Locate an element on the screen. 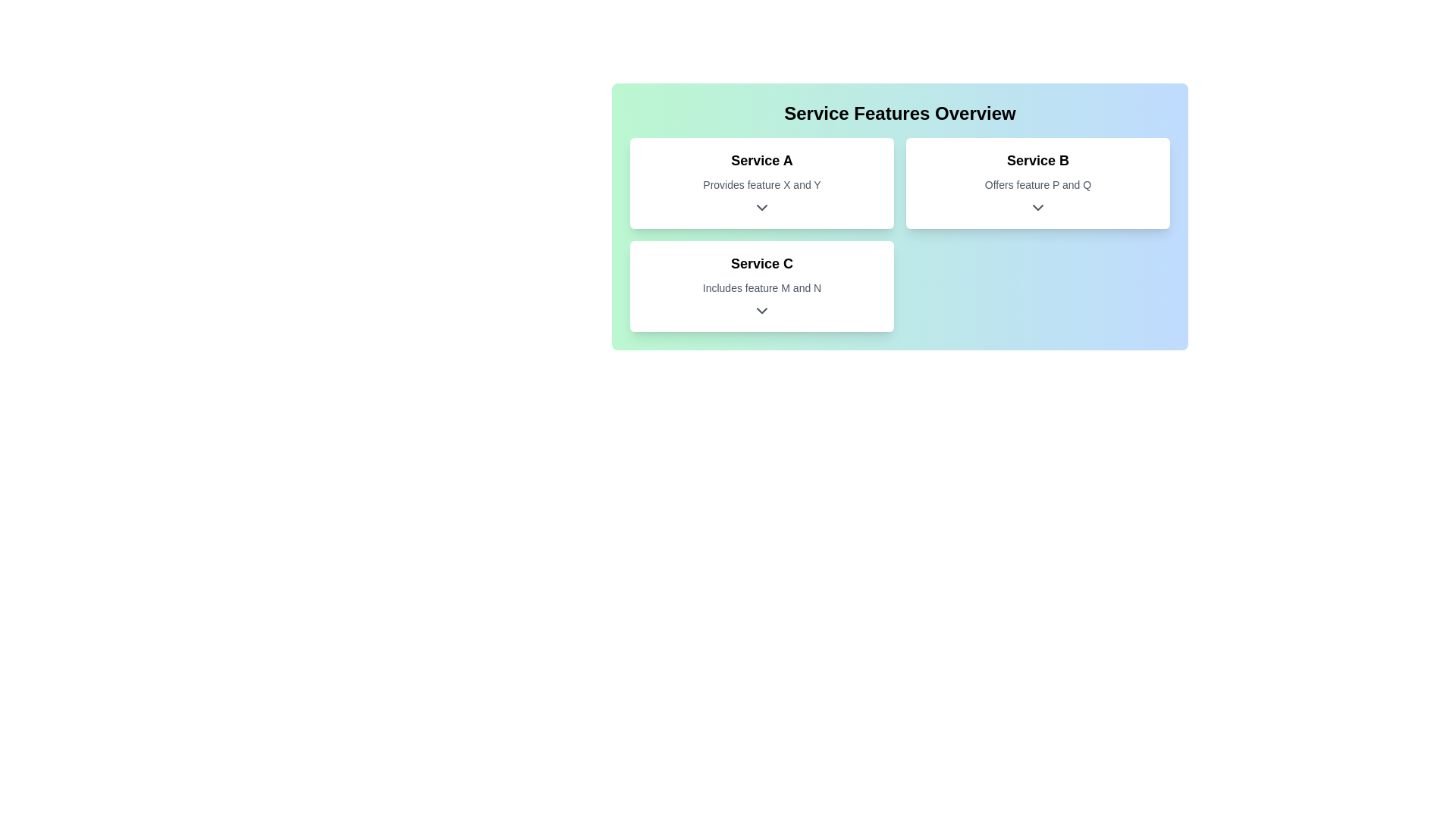  the header text label that identifies the card as 'Service C', which is positioned at the bottom center of a grid containing three cards is located at coordinates (761, 262).